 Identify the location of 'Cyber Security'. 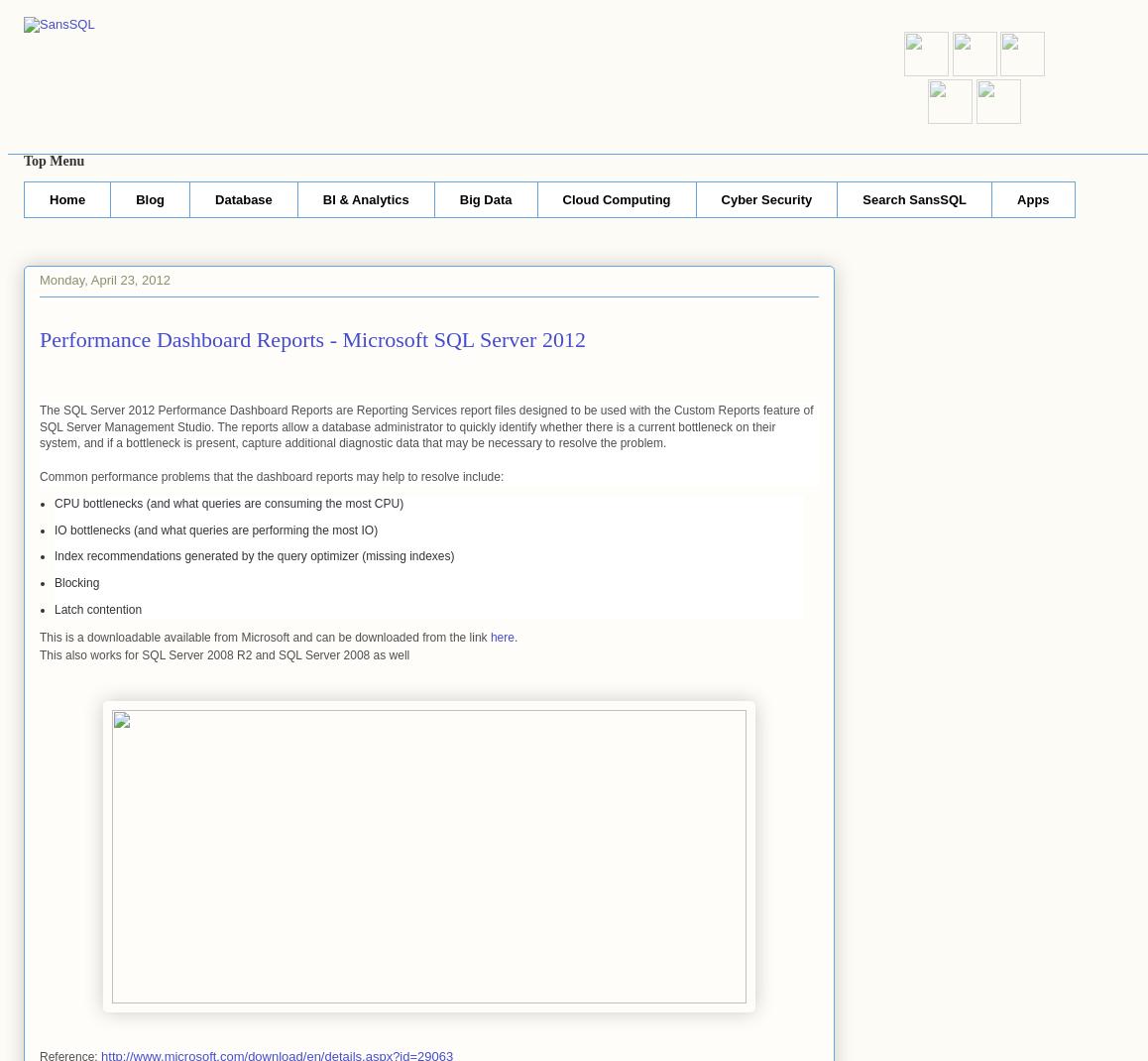
(765, 197).